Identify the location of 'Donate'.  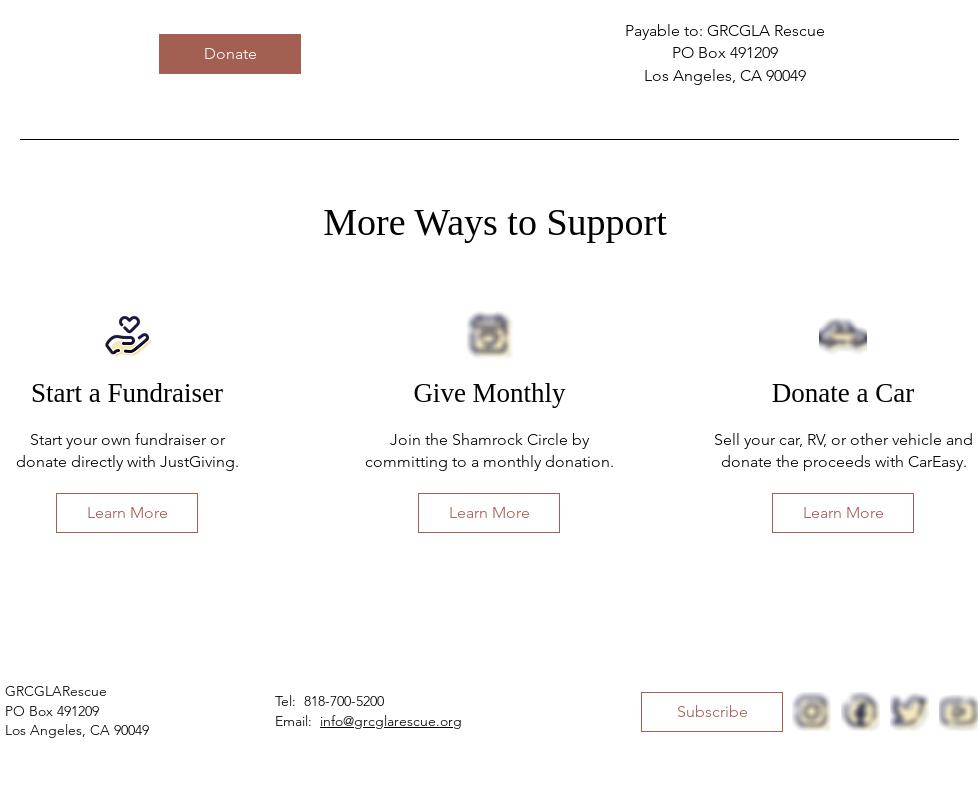
(229, 52).